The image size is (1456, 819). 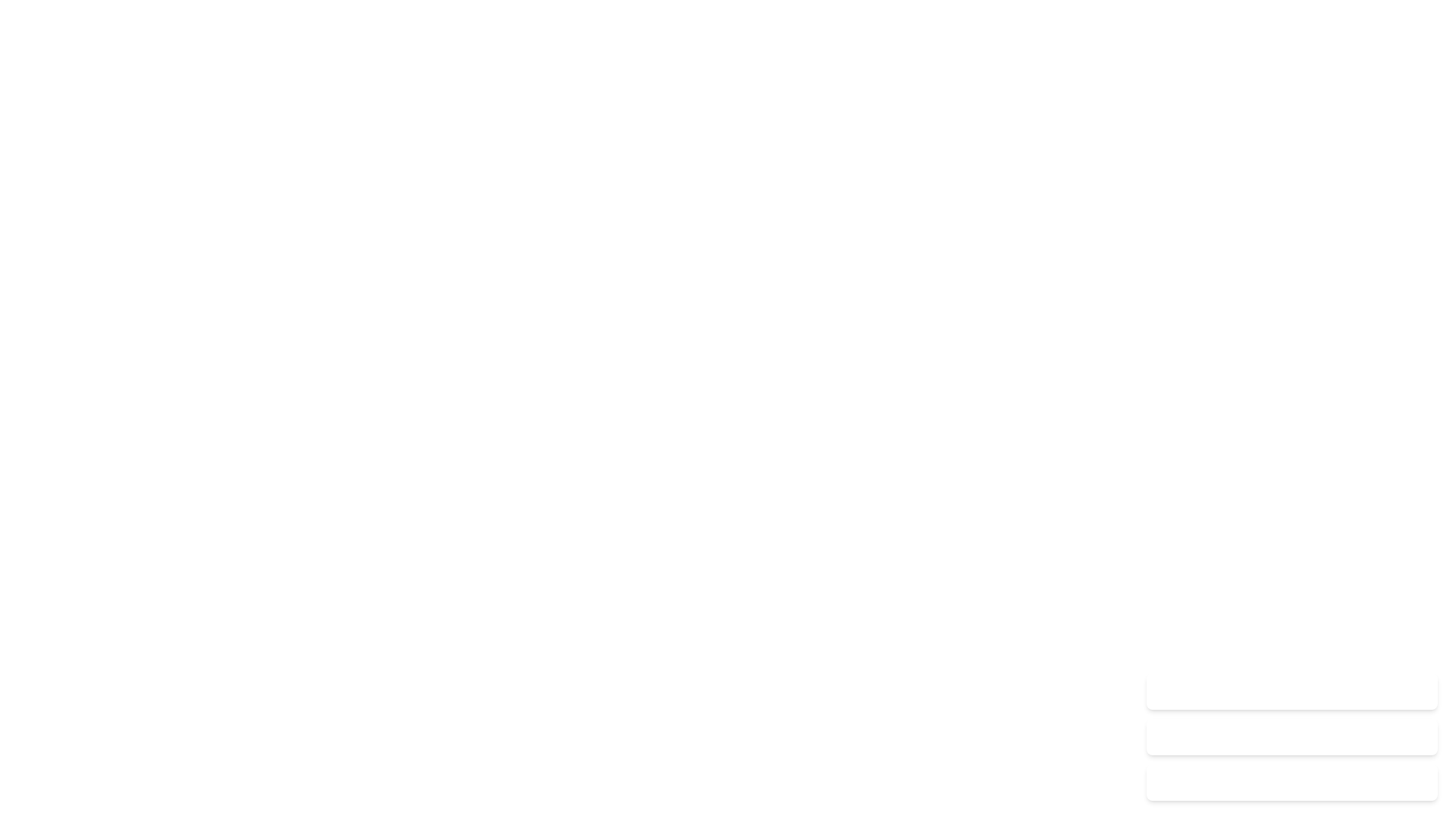 I want to click on the central SVG Circle element located in the lower-right portion of the interface, which serves a decorative or symbolic purpose, so click(x=1419, y=783).